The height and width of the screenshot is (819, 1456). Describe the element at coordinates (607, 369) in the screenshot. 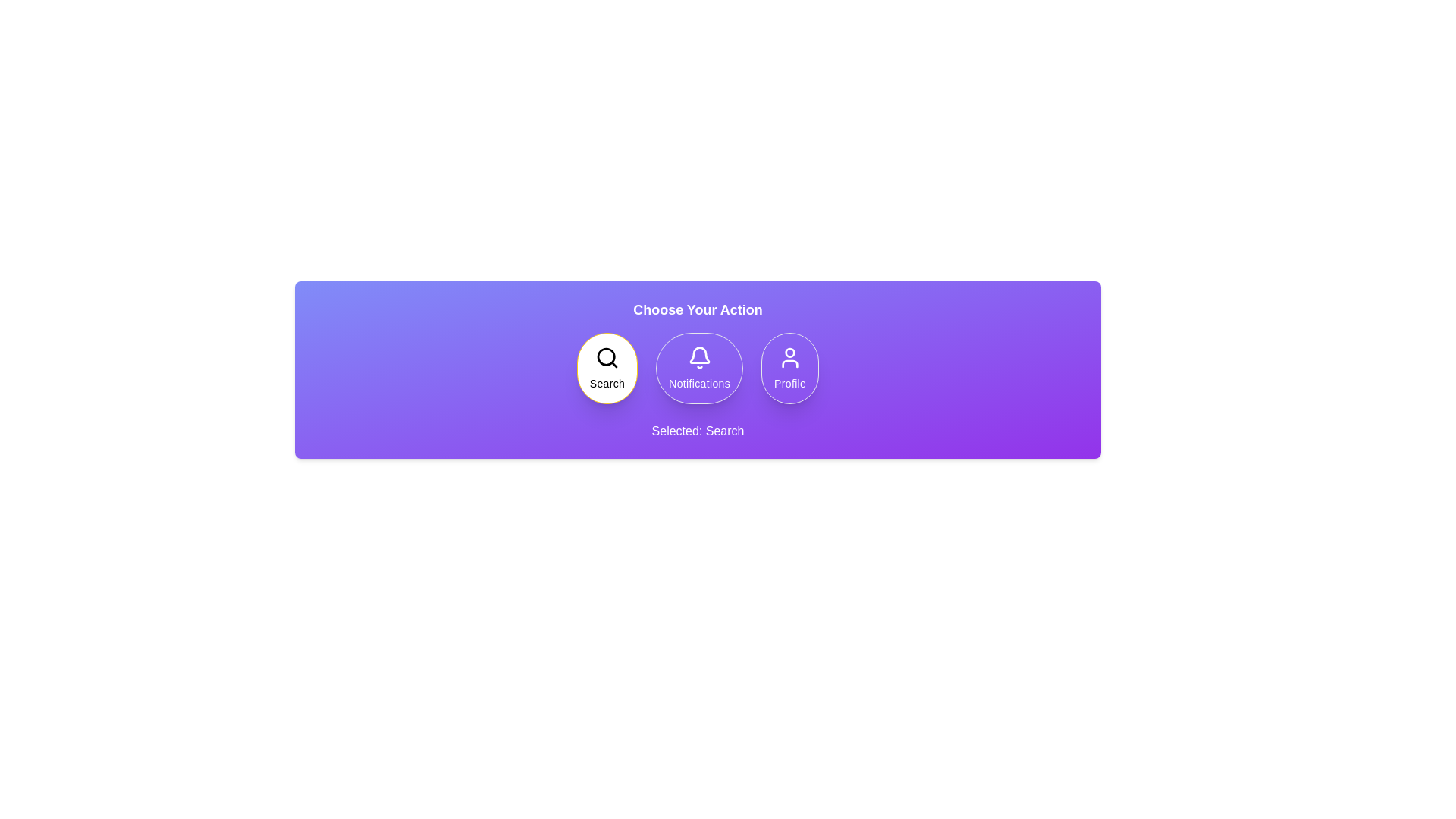

I see `the option Search by clicking on its corresponding button` at that location.